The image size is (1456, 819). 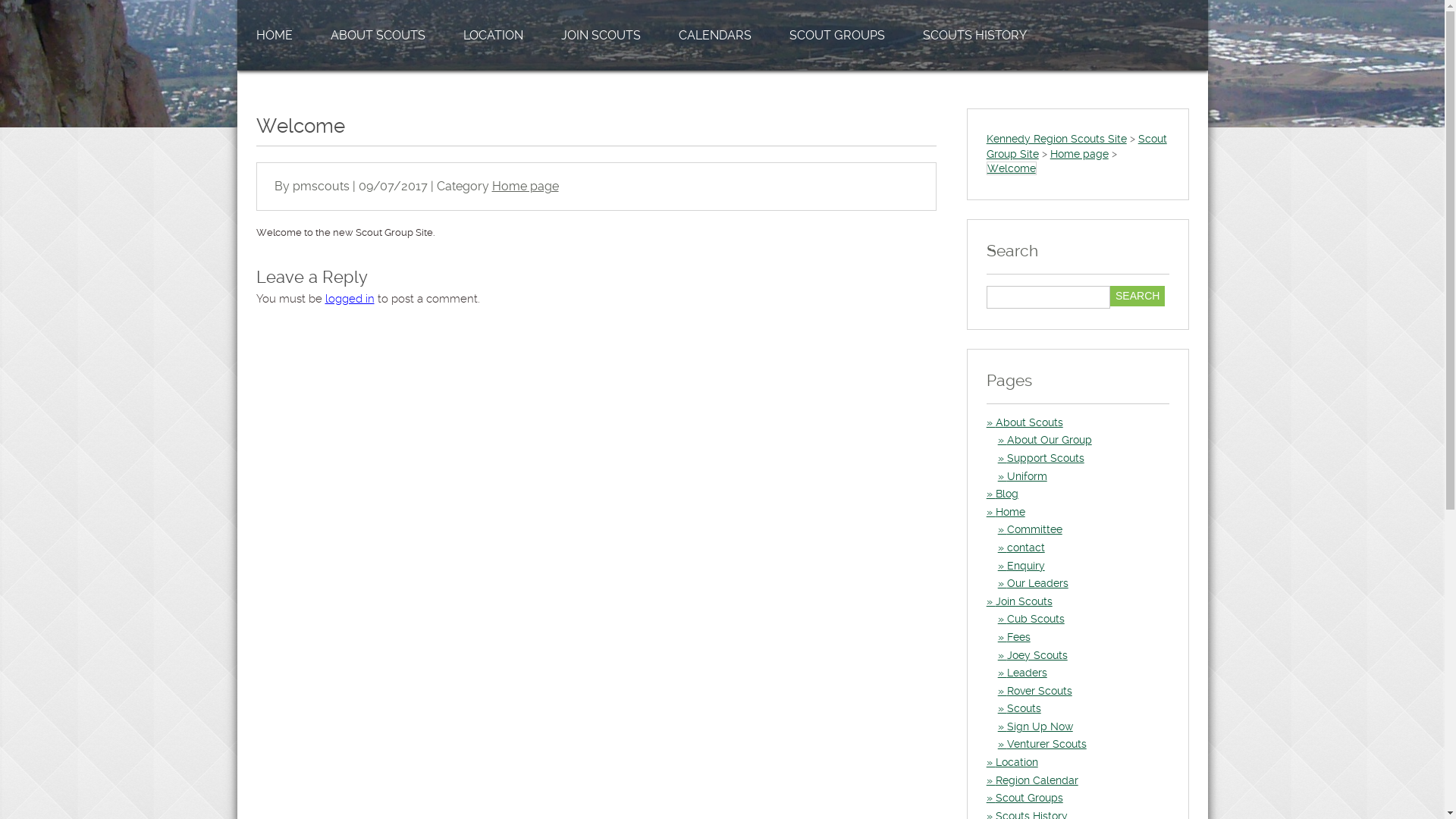 I want to click on 'contact', so click(x=1021, y=547).